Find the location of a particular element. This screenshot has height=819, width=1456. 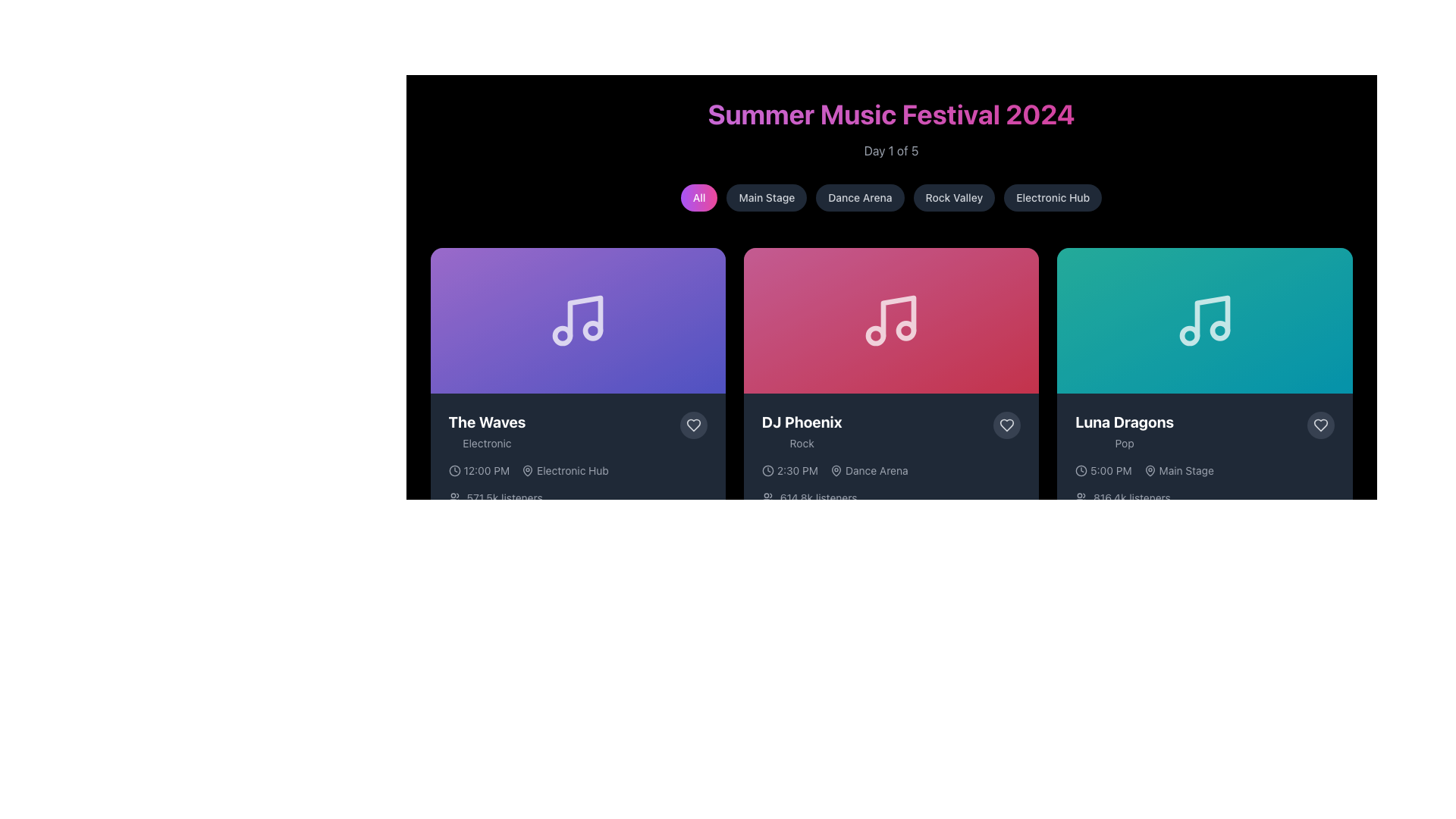

text label that displays 'DJ Phoenix' and its subtitle 'Rock' located in the second card of the horizontally aligned grid is located at coordinates (801, 431).